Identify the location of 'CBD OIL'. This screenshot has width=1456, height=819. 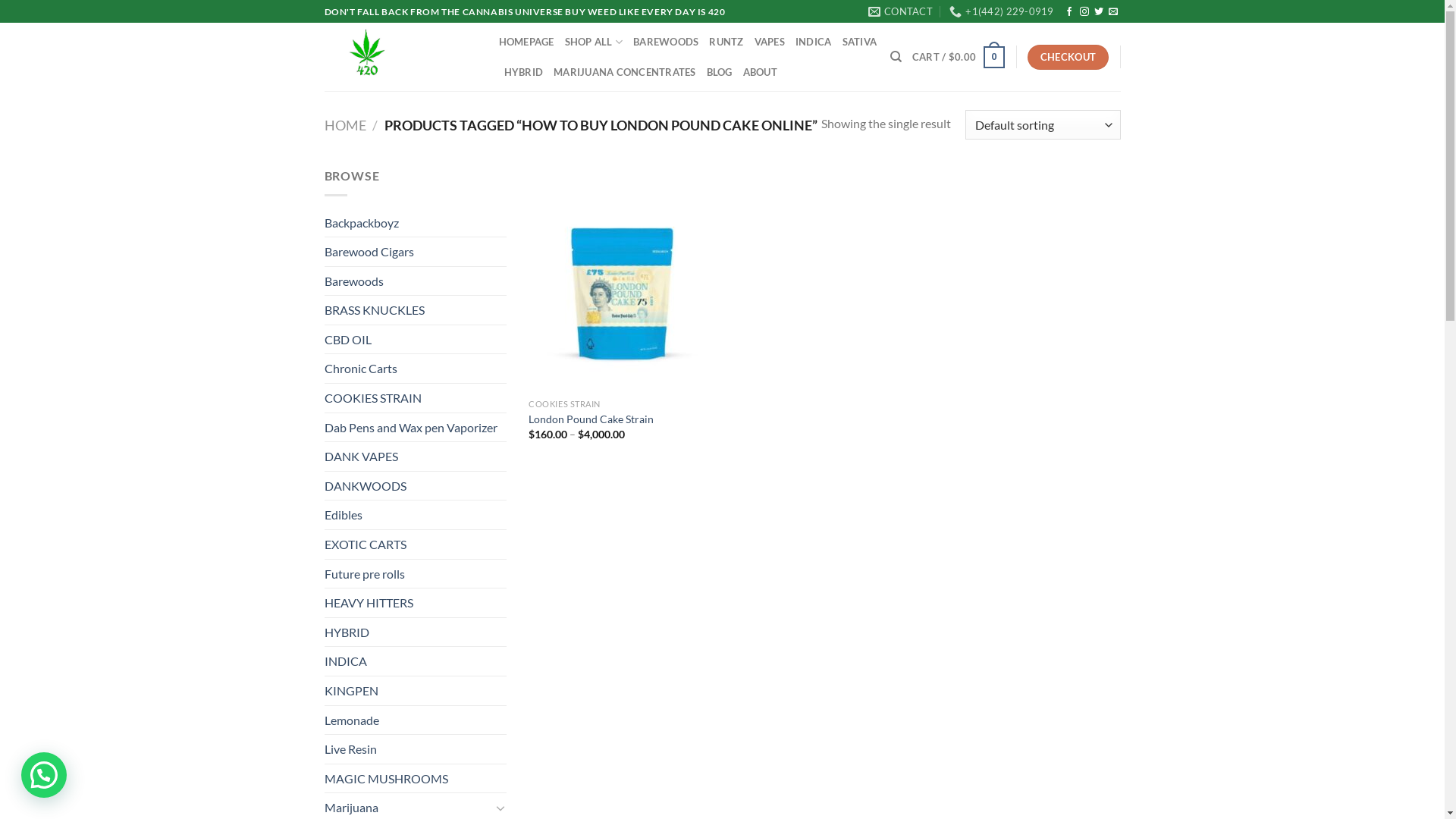
(415, 338).